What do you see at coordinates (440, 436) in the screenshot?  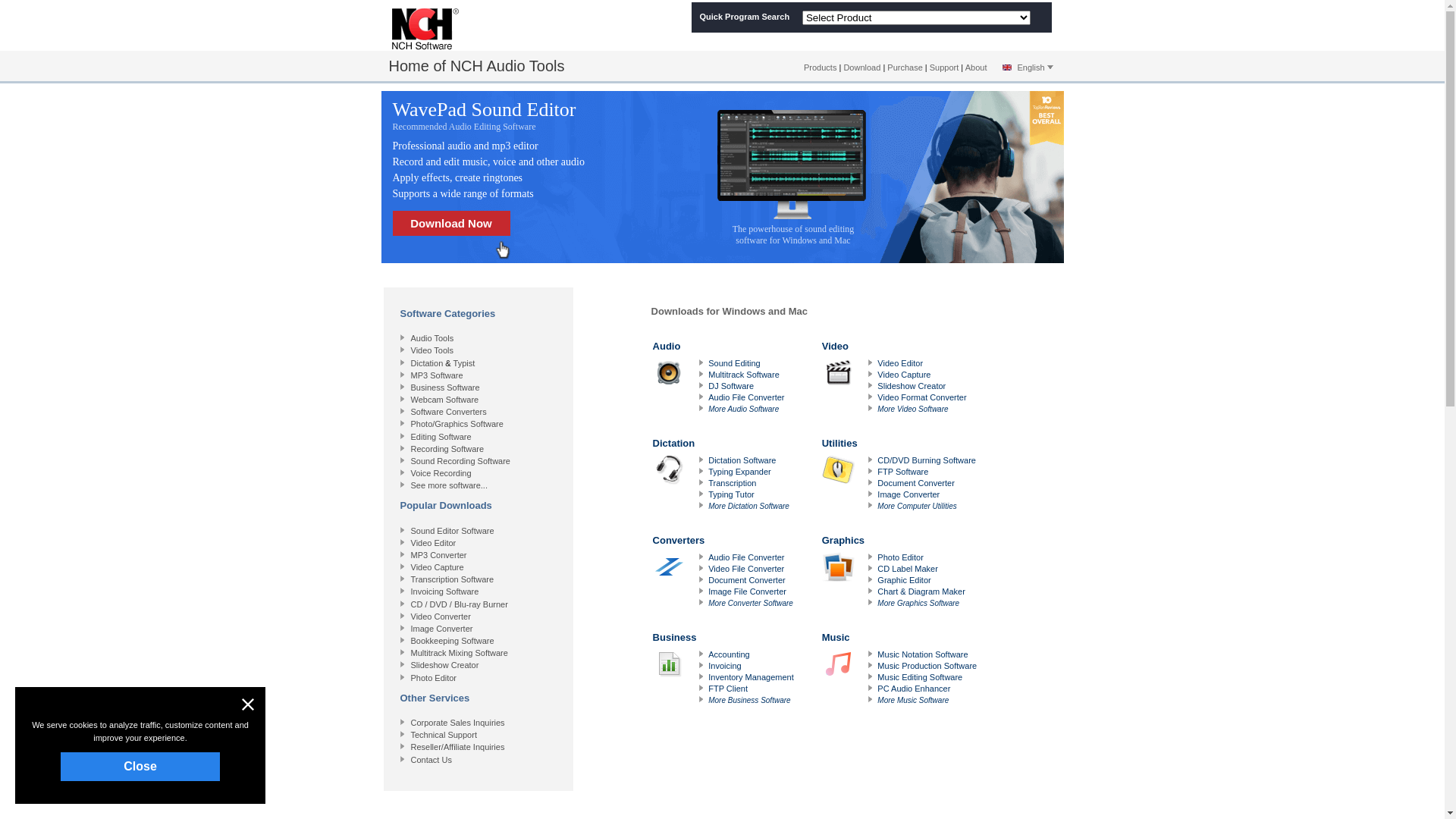 I see `'Editing Software'` at bounding box center [440, 436].